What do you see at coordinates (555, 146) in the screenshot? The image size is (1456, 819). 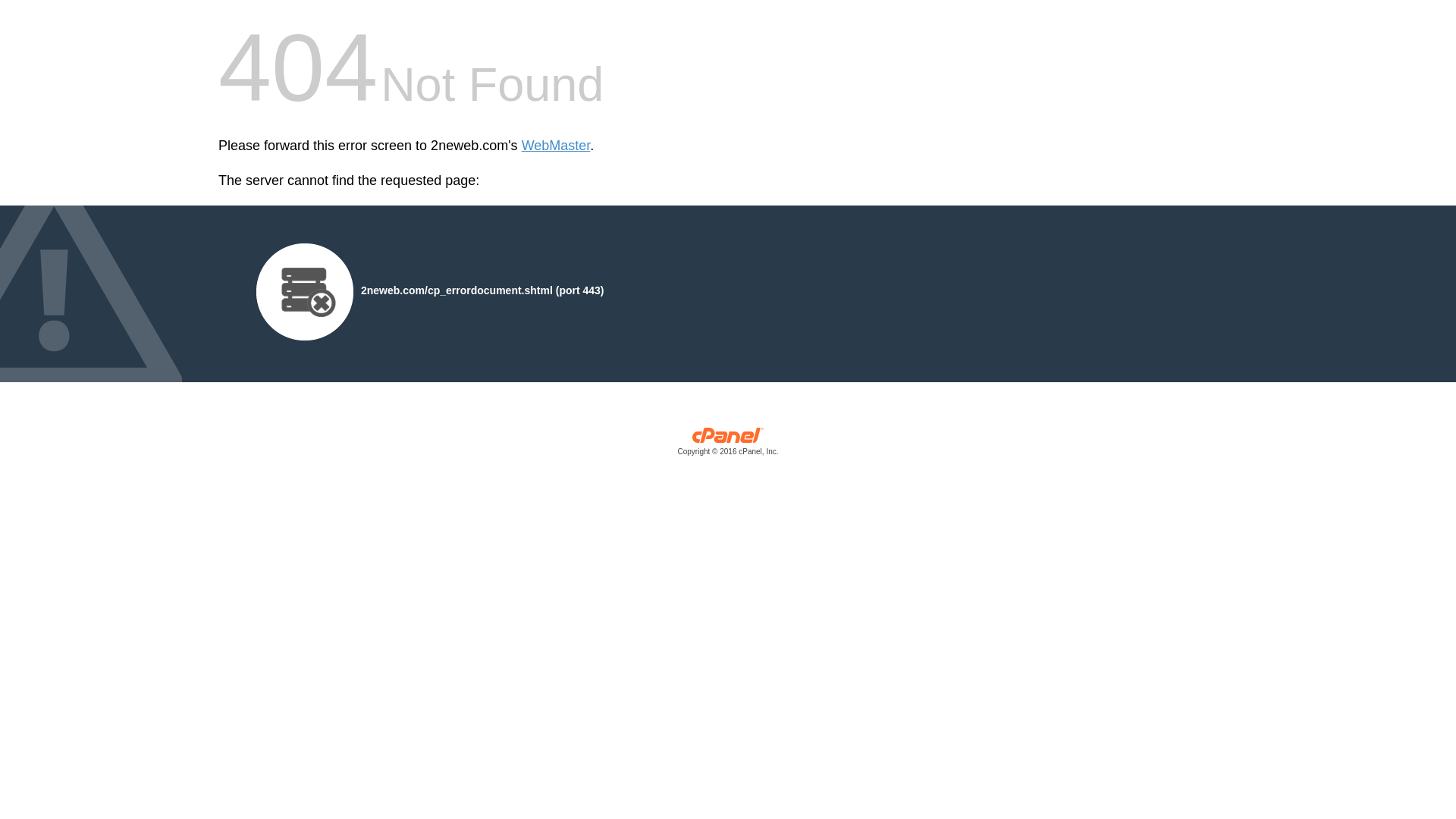 I see `'WebMaster'` at bounding box center [555, 146].